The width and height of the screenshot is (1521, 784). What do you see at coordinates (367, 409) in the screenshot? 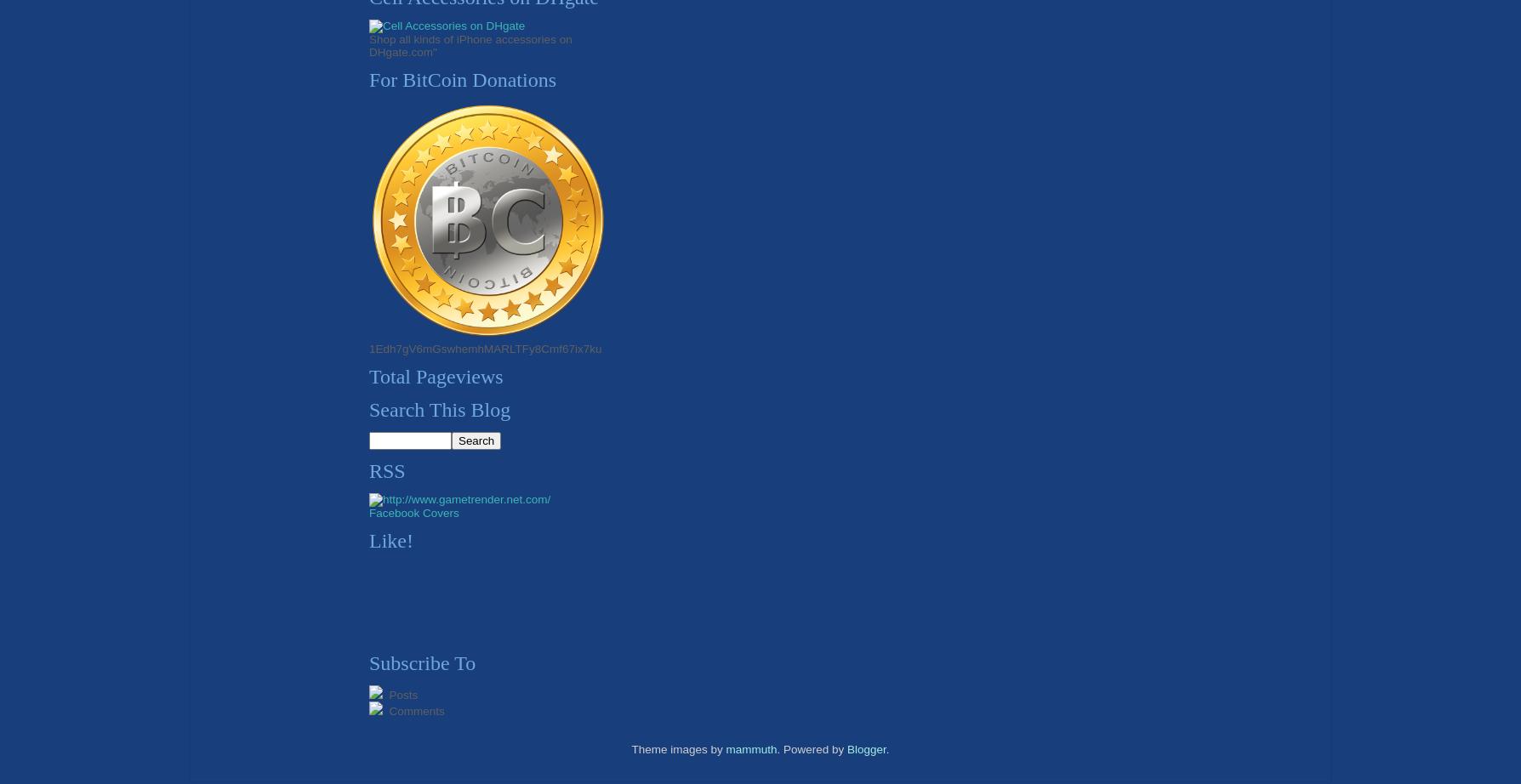
I see `'Search This Blog'` at bounding box center [367, 409].